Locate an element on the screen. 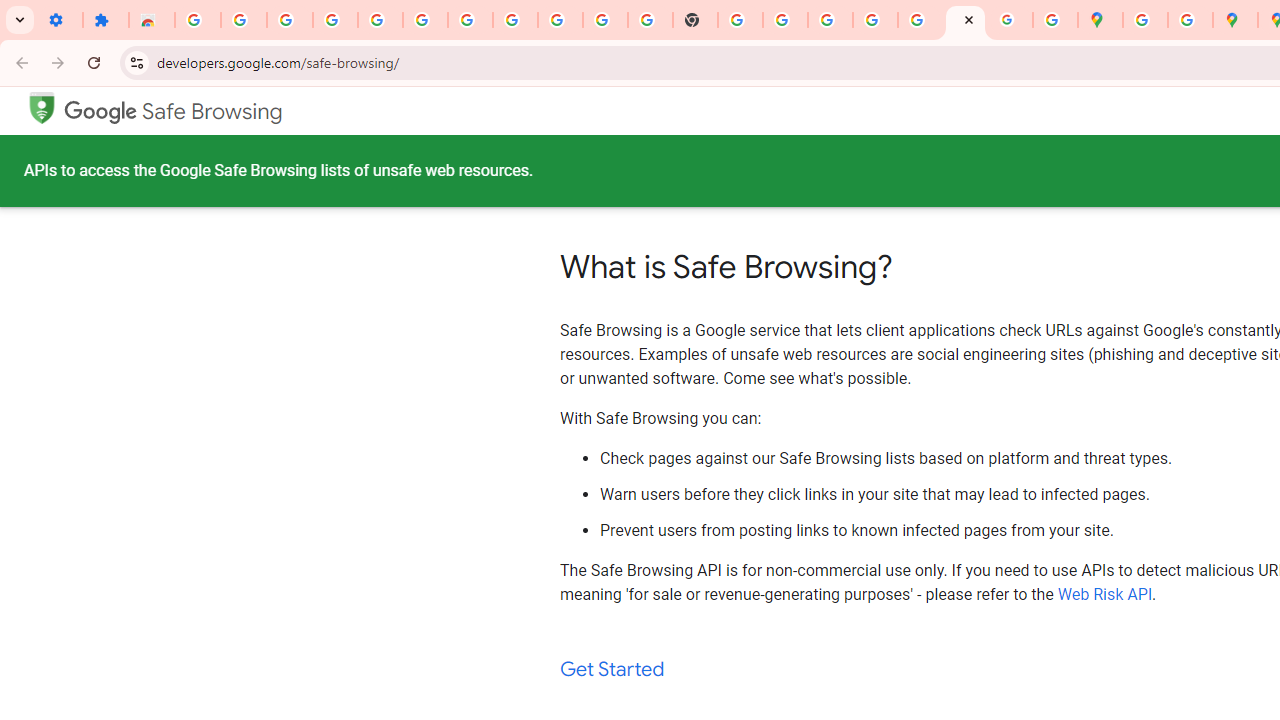 This screenshot has height=720, width=1280. 'Settings - On startup' is located at coordinates (60, 20).